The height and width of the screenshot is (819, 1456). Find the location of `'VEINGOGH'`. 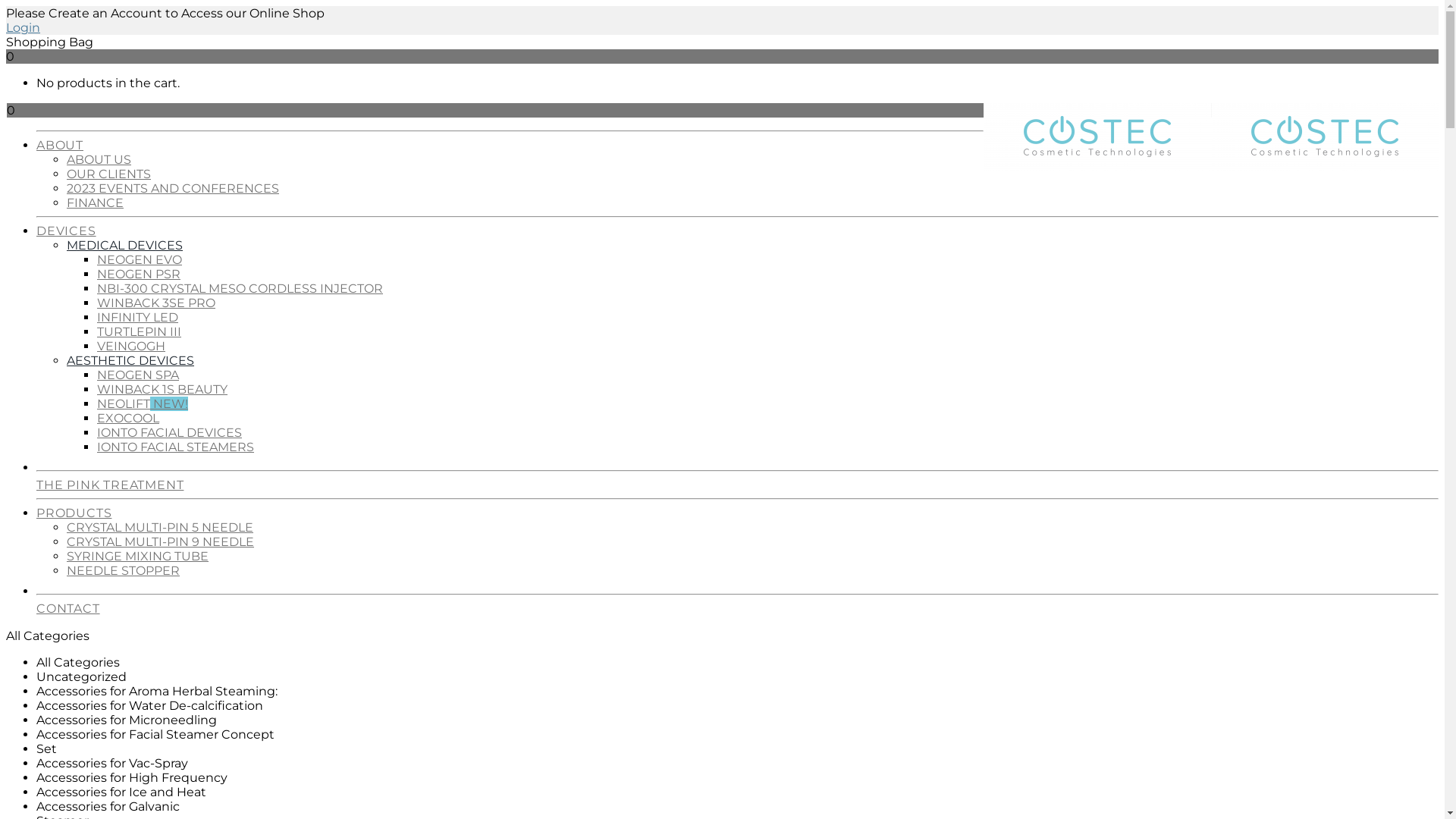

'VEINGOGH' is located at coordinates (96, 346).